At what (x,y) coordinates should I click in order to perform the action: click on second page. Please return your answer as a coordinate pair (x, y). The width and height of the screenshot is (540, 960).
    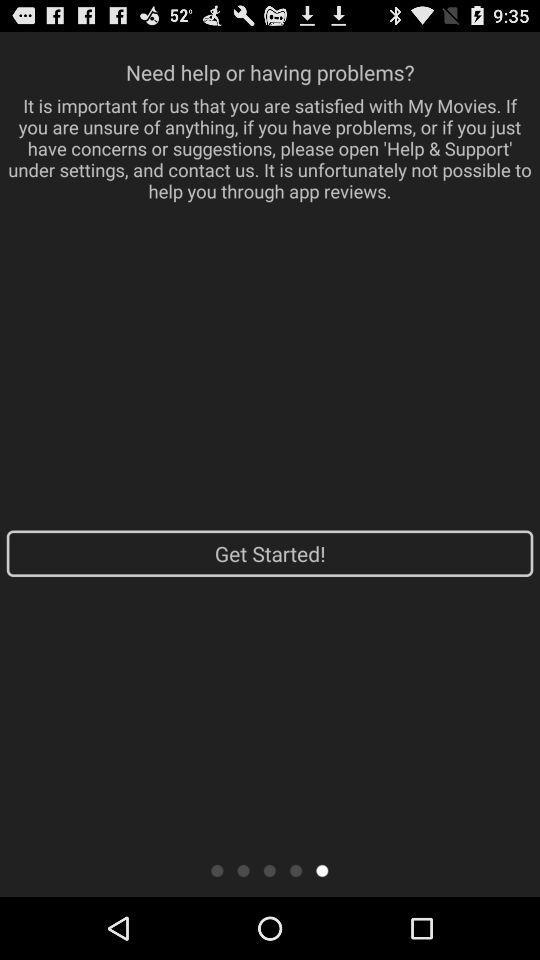
    Looking at the image, I should click on (243, 869).